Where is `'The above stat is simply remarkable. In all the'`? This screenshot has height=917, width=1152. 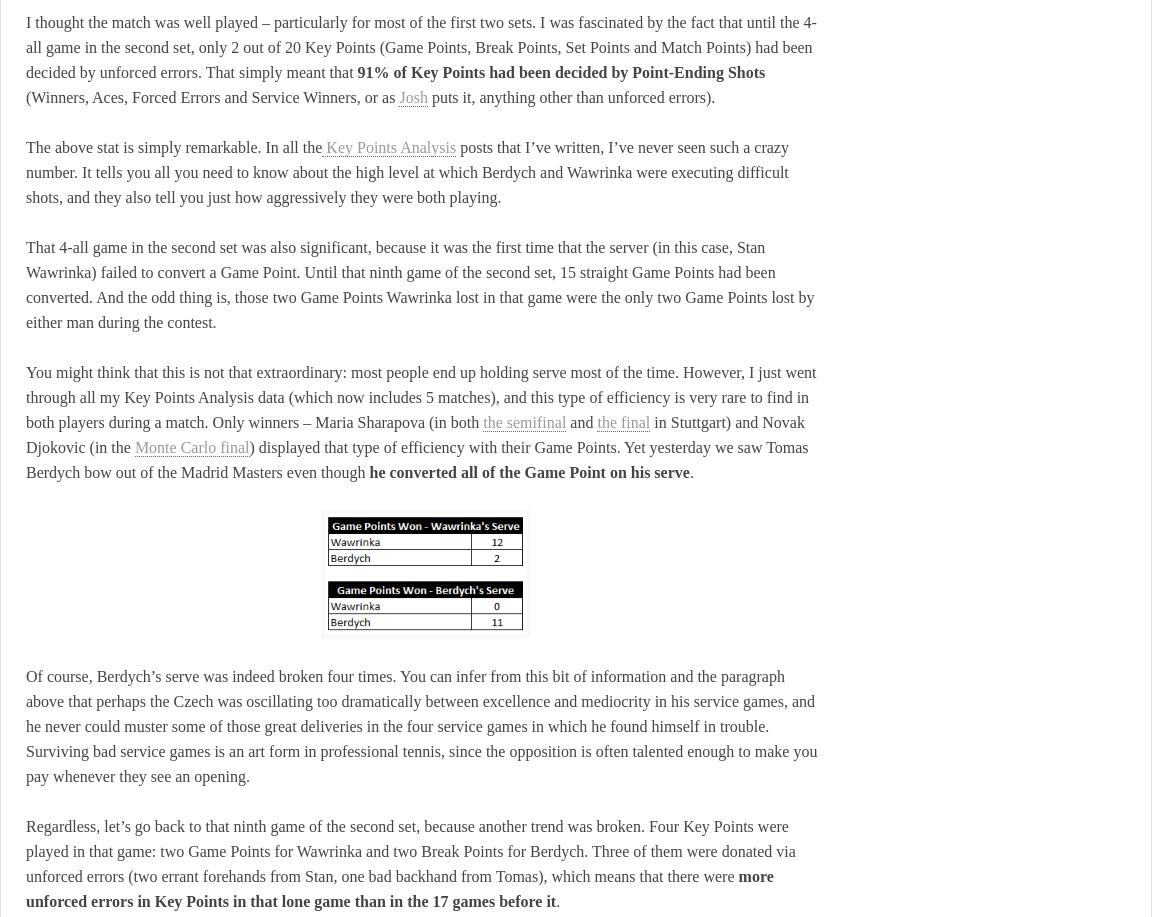 'The above stat is simply remarkable. In all the' is located at coordinates (173, 147).